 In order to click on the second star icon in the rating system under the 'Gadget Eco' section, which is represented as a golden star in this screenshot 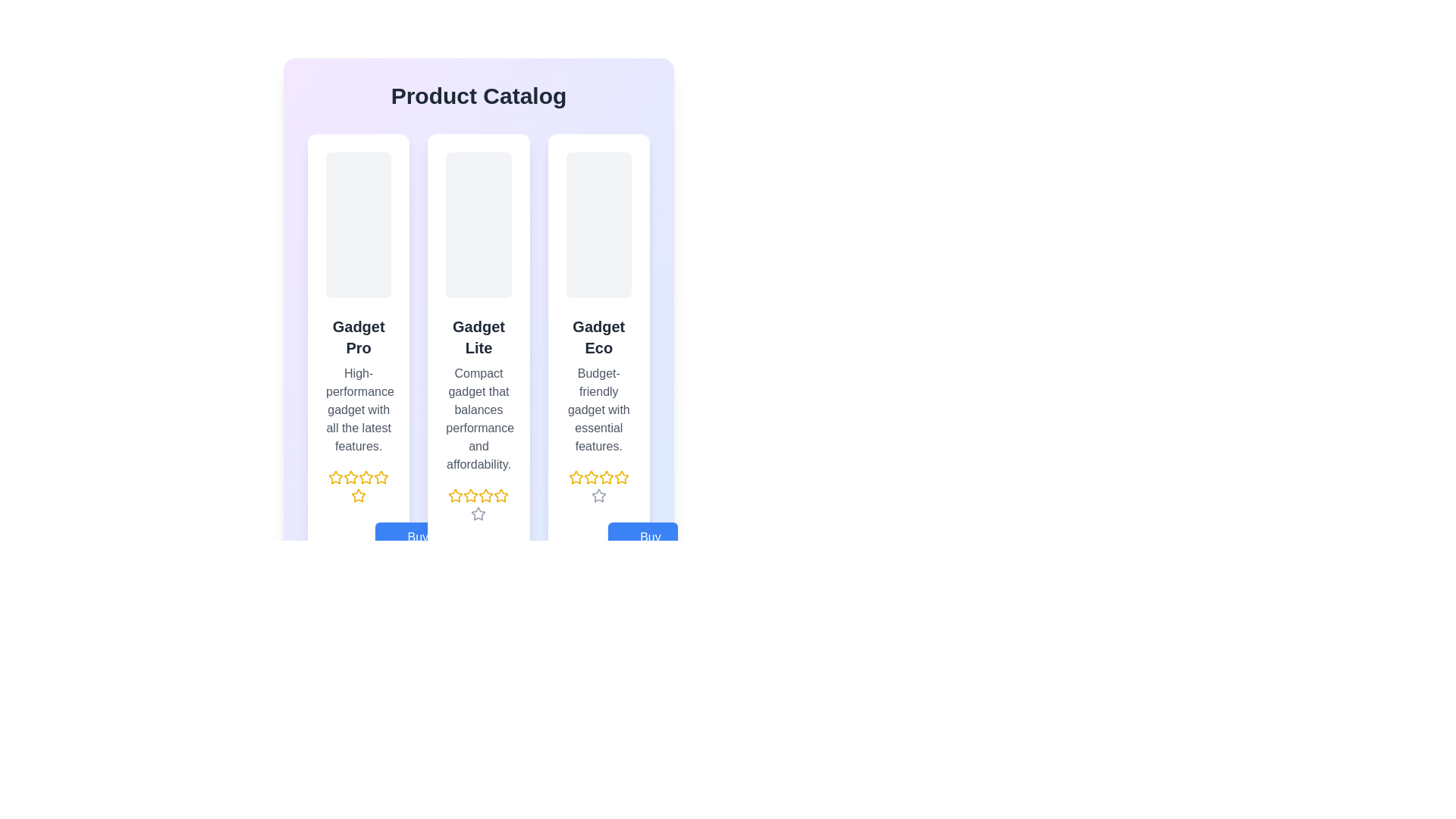, I will do `click(575, 476)`.